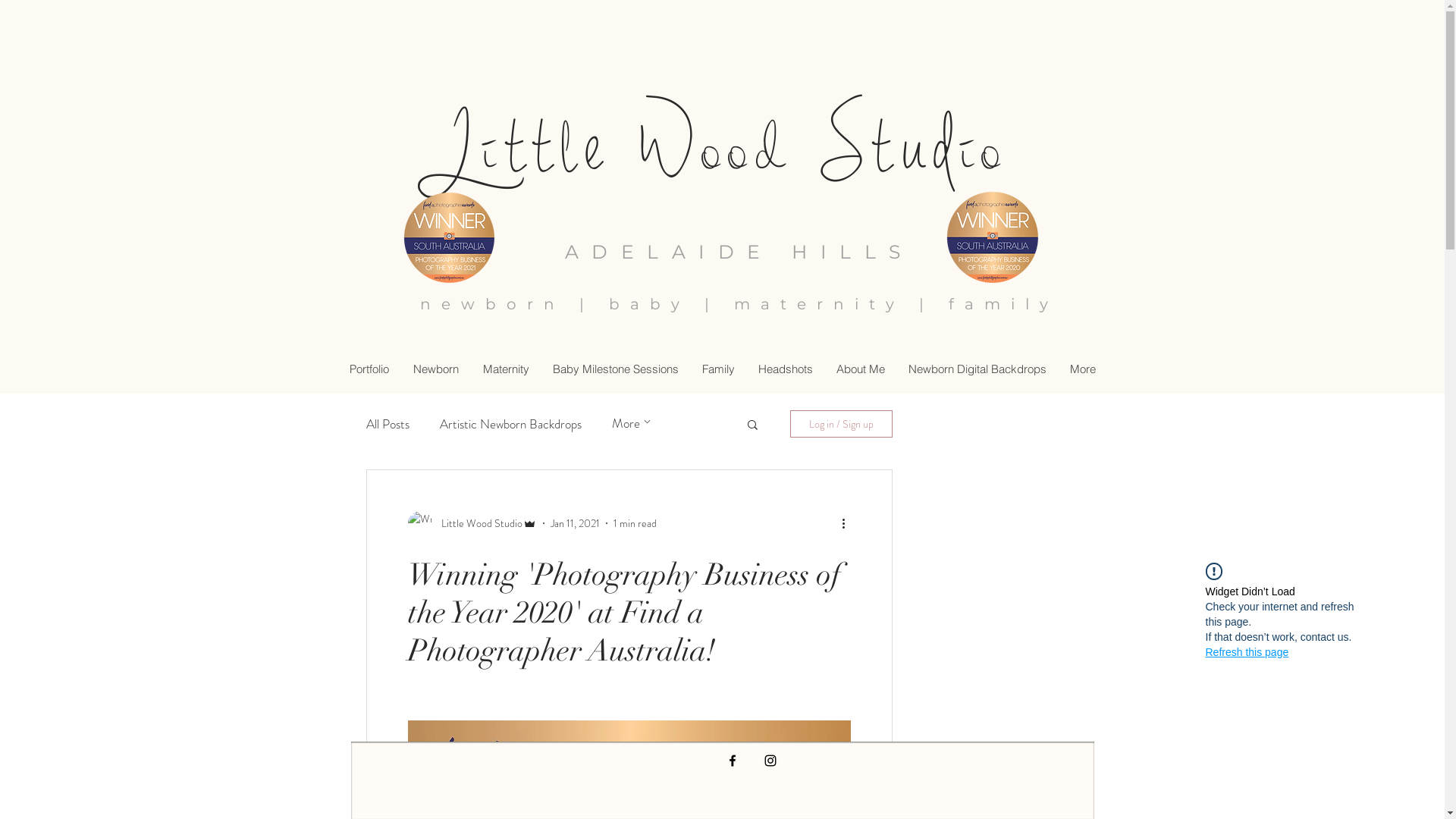 This screenshot has height=819, width=1456. Describe the element at coordinates (435, 369) in the screenshot. I see `'Newborn'` at that location.